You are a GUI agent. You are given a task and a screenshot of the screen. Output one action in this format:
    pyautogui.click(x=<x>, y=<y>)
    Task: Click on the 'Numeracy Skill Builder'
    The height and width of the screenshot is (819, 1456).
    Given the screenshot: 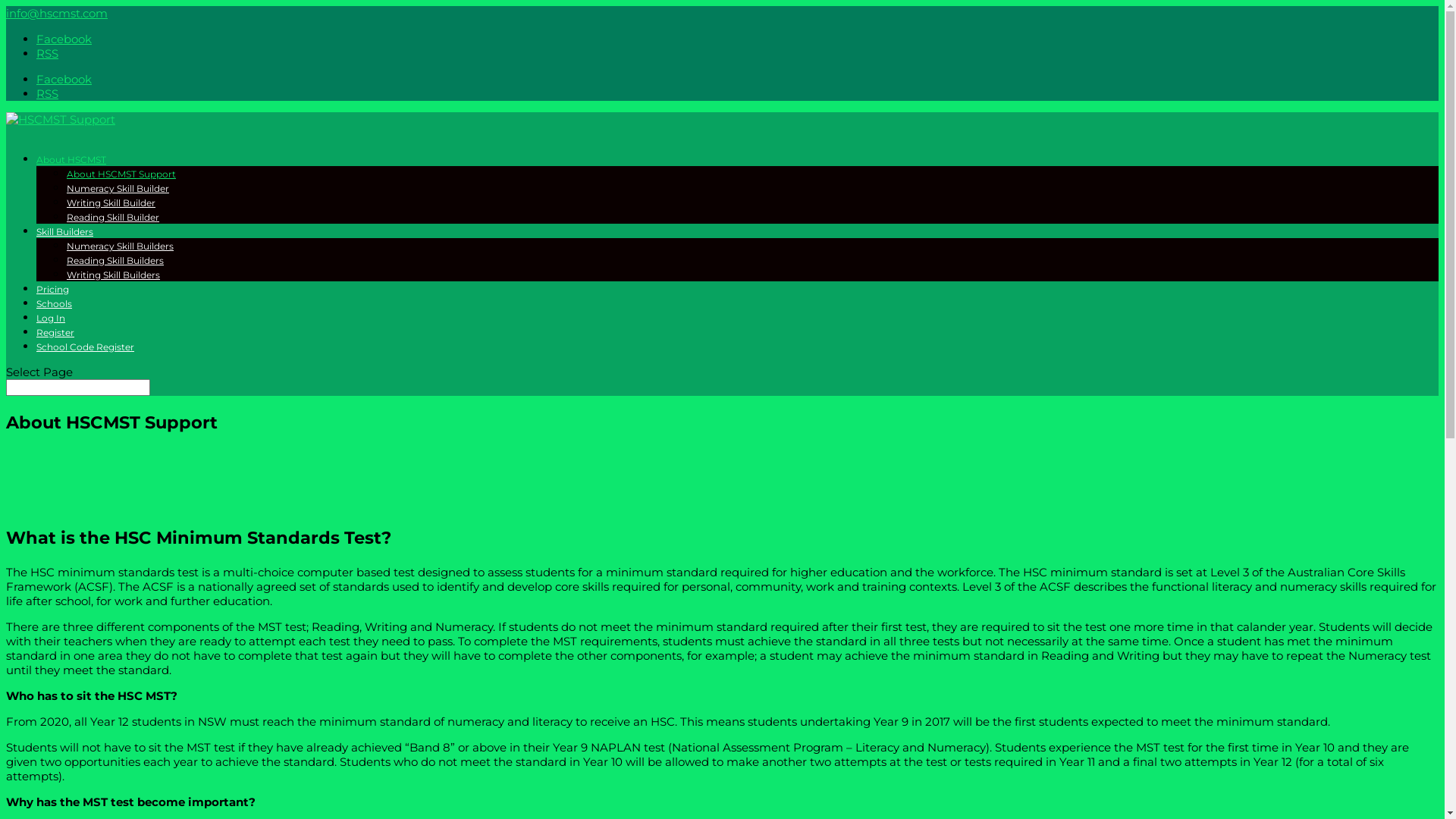 What is the action you would take?
    pyautogui.click(x=117, y=187)
    